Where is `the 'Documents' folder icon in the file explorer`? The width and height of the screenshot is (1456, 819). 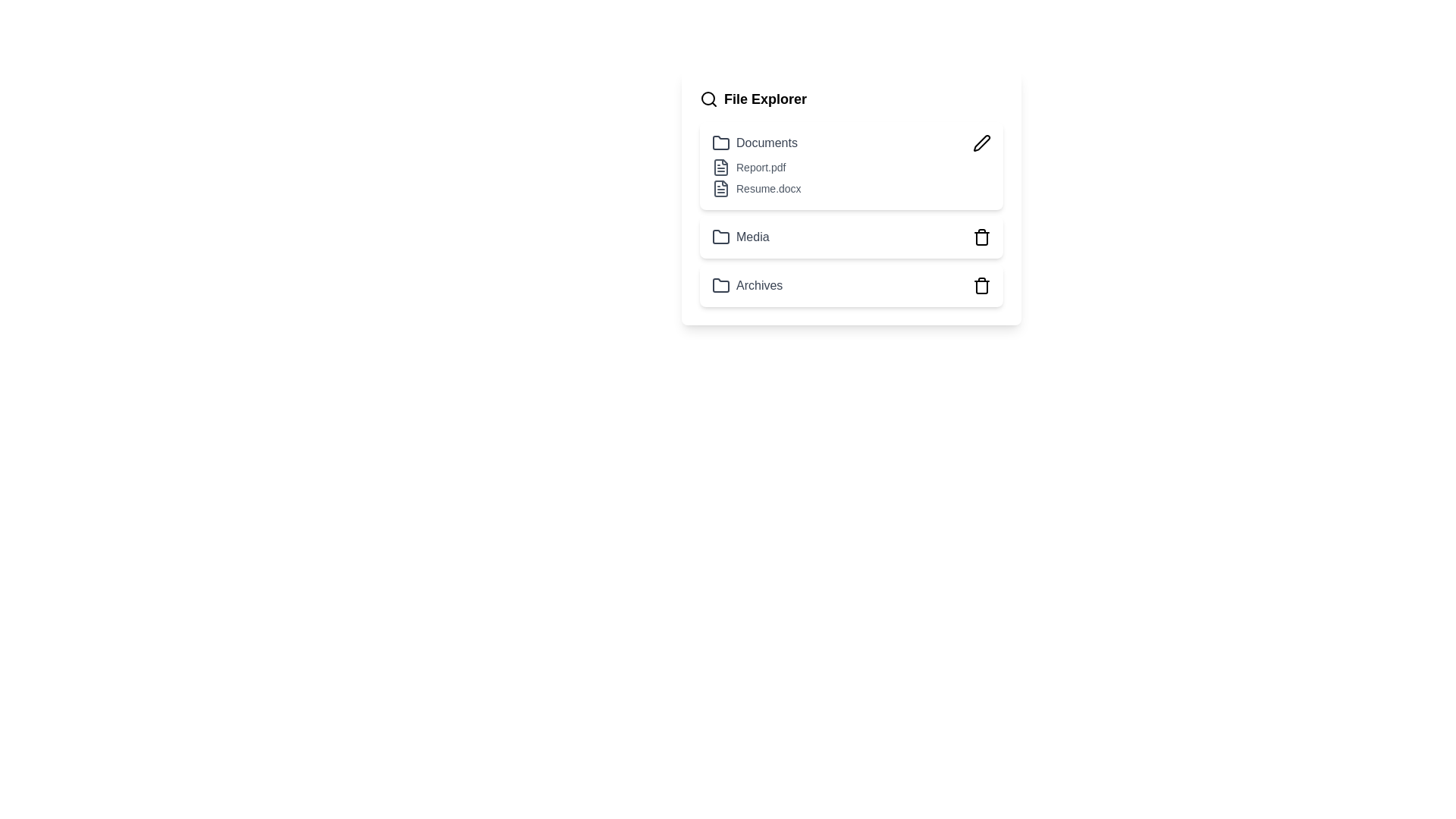
the 'Documents' folder icon in the file explorer is located at coordinates (755, 143).